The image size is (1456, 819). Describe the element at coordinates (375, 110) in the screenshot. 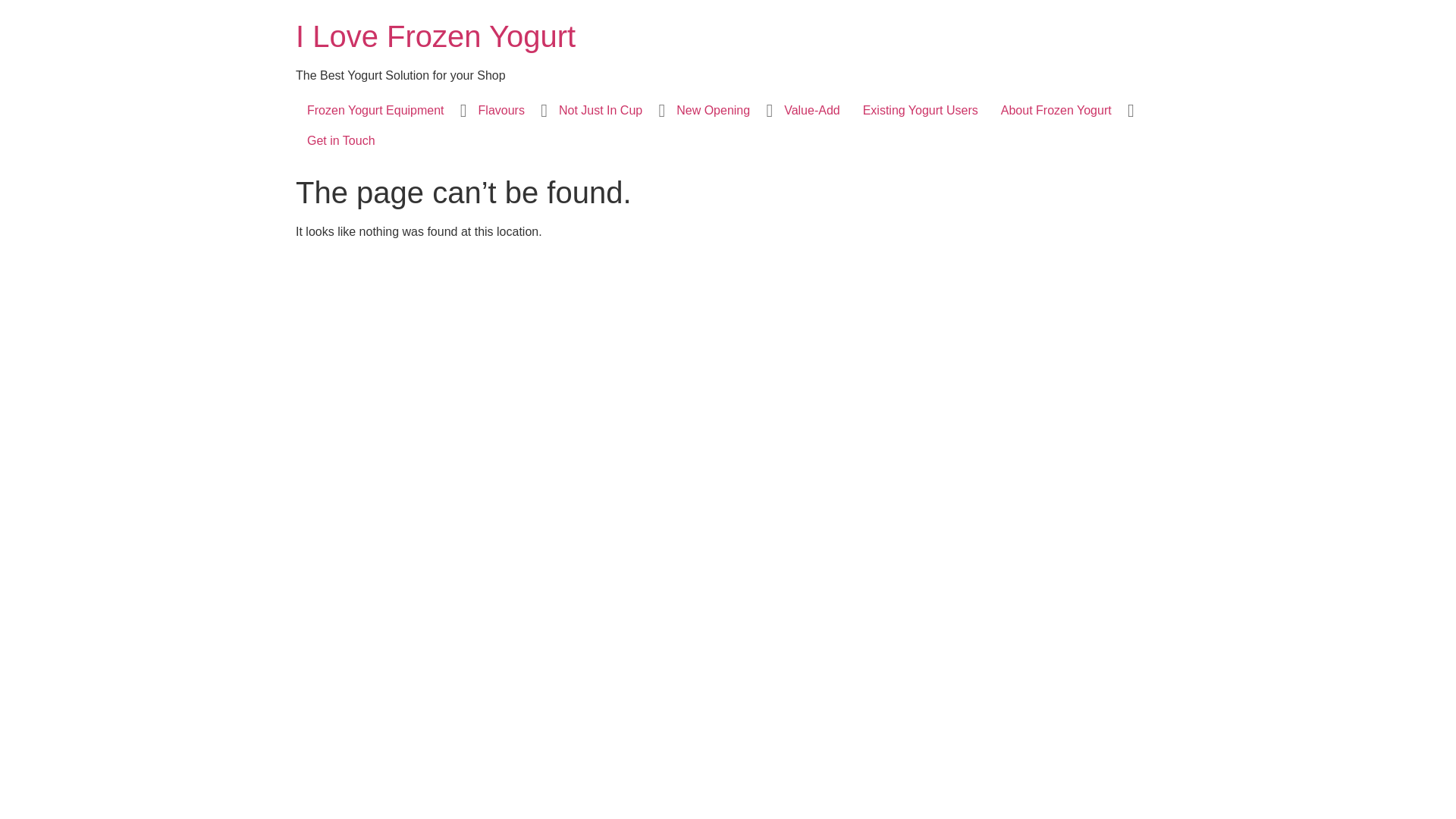

I see `'Frozen Yogurt Equipment'` at that location.